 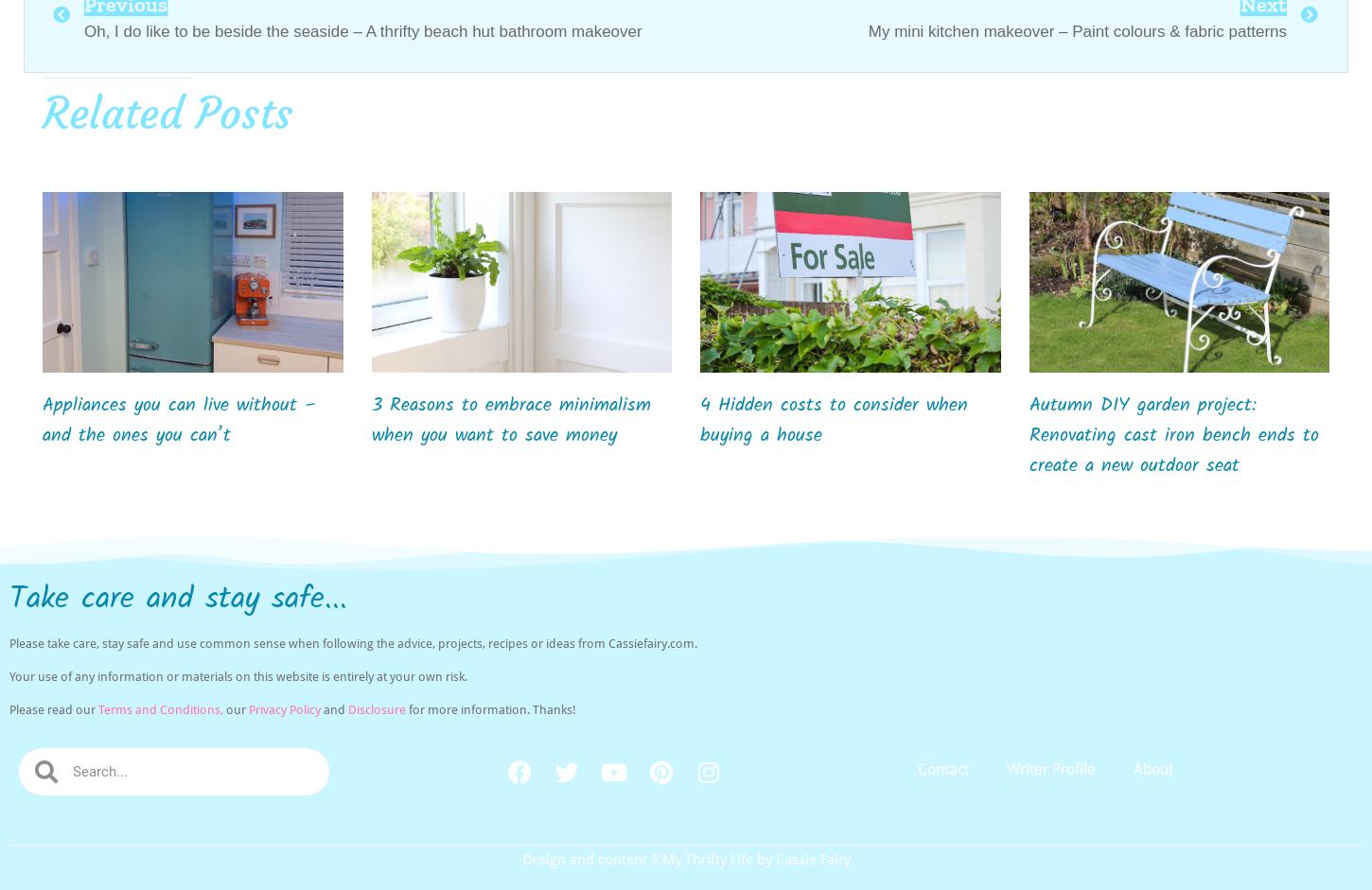 I want to click on 'for more information. Thanks!', so click(x=405, y=708).